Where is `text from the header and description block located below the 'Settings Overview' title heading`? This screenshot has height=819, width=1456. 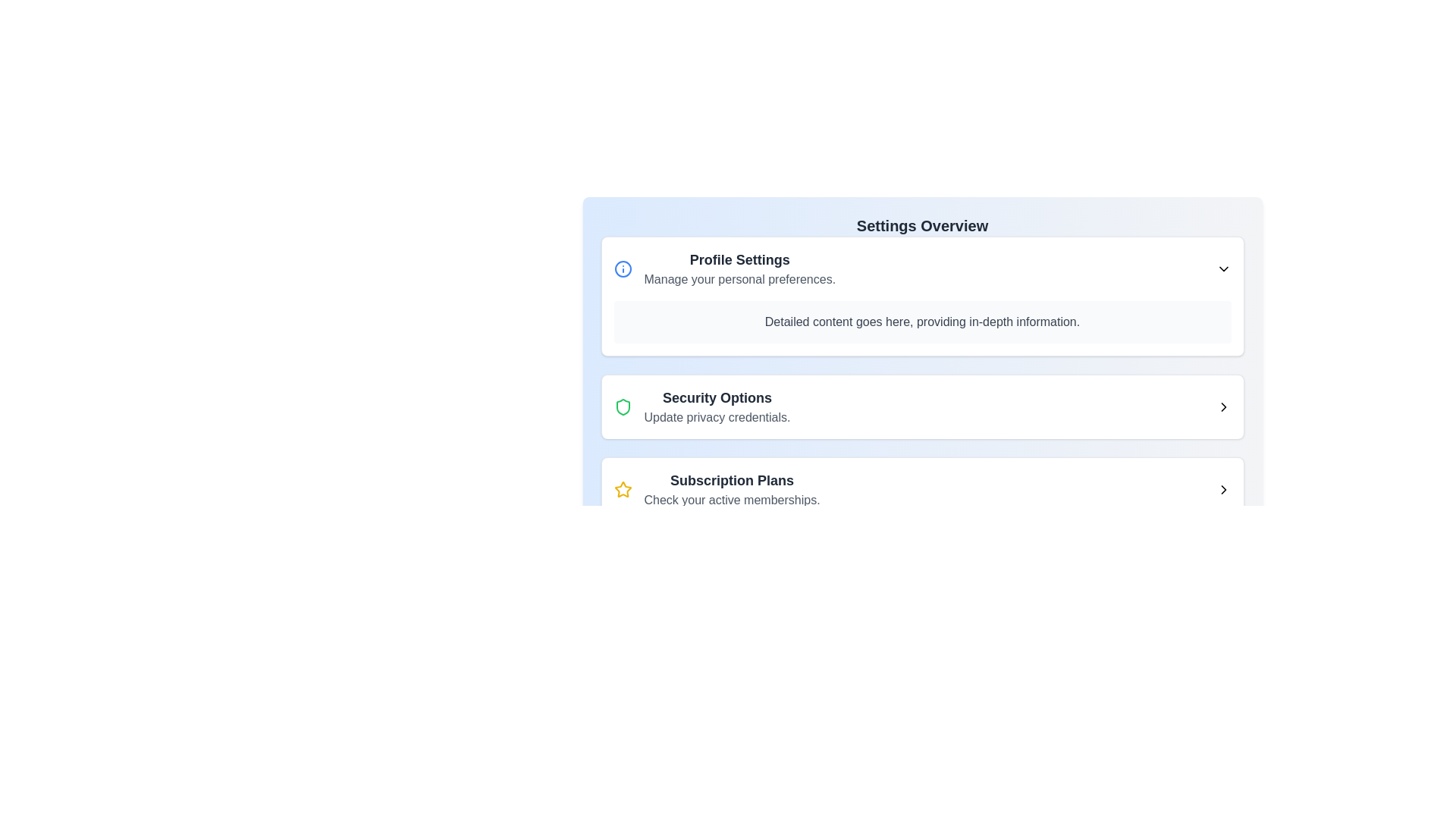 text from the header and description block located below the 'Settings Overview' title heading is located at coordinates (739, 268).